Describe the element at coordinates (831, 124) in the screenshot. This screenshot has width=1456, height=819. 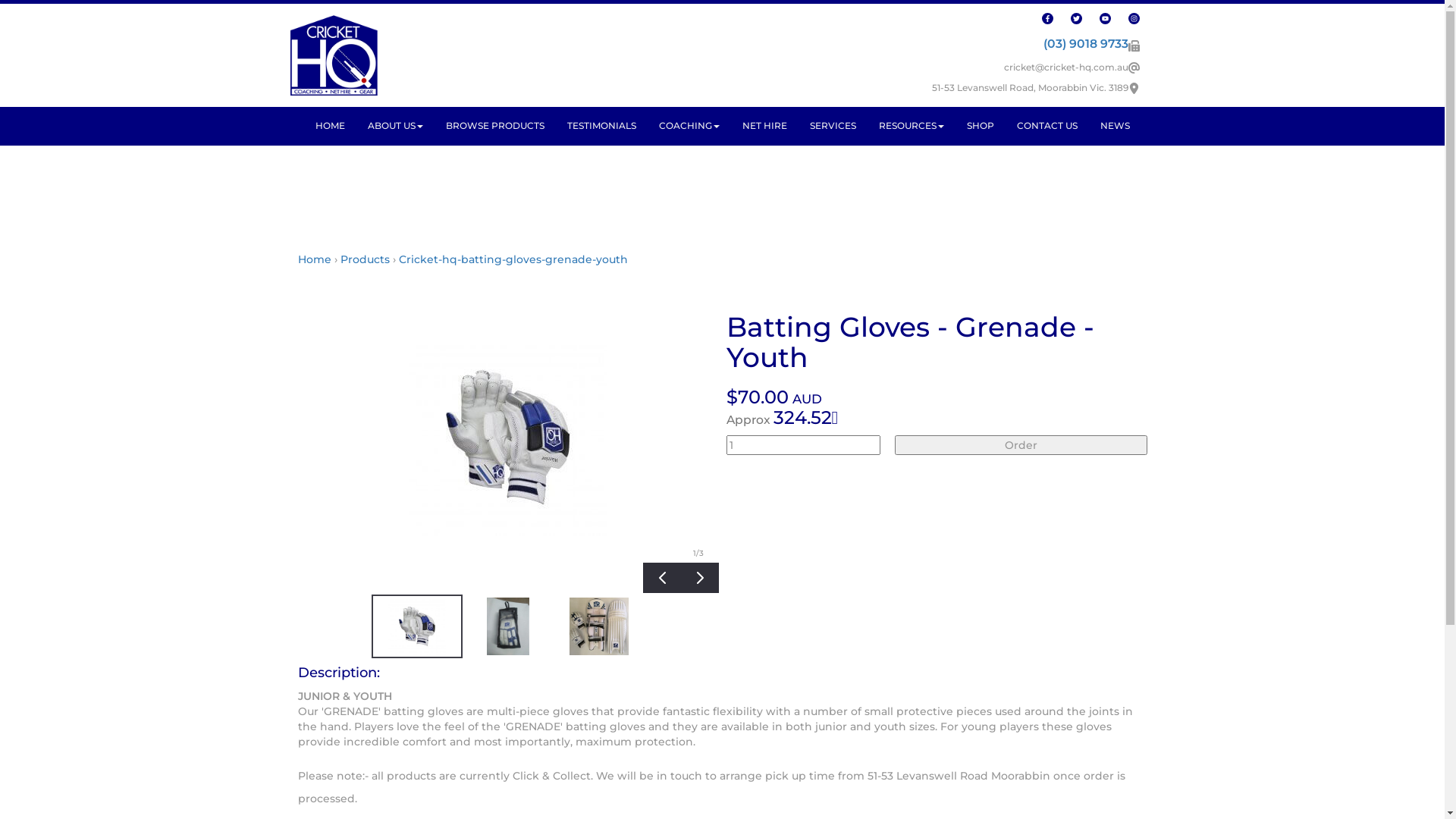
I see `'SERVICES'` at that location.